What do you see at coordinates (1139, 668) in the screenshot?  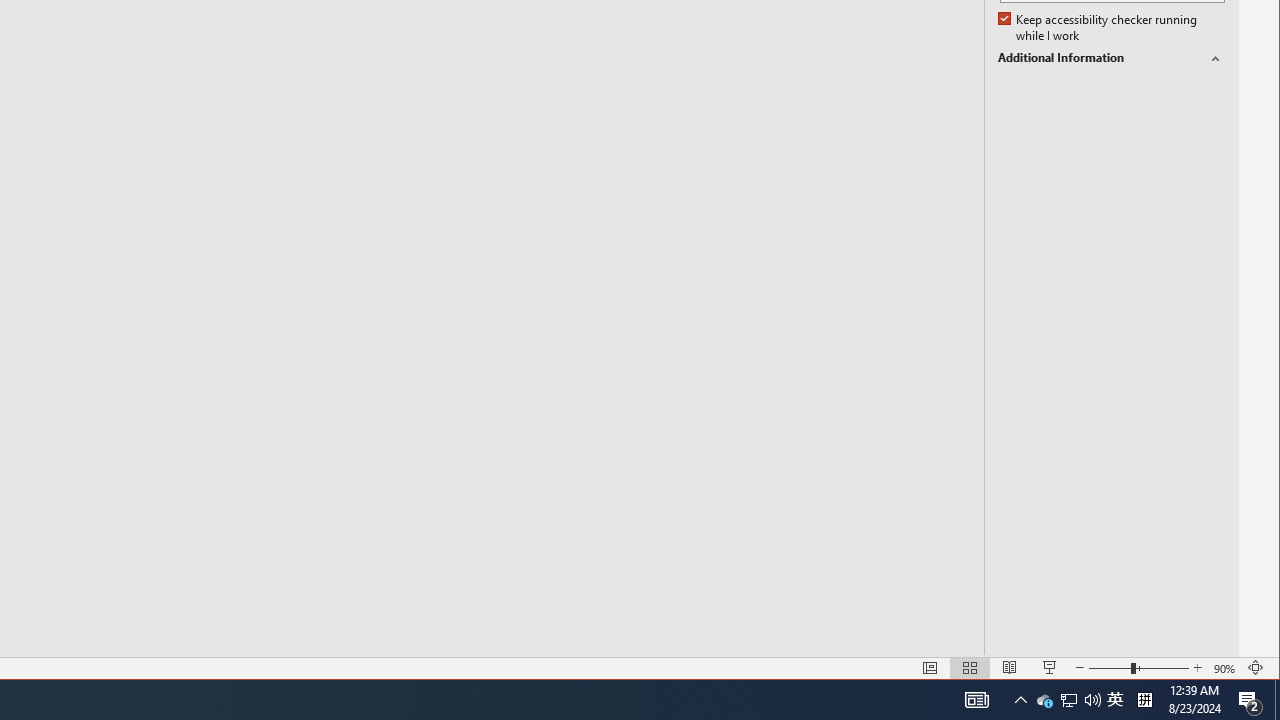 I see `'Zoom'` at bounding box center [1139, 668].